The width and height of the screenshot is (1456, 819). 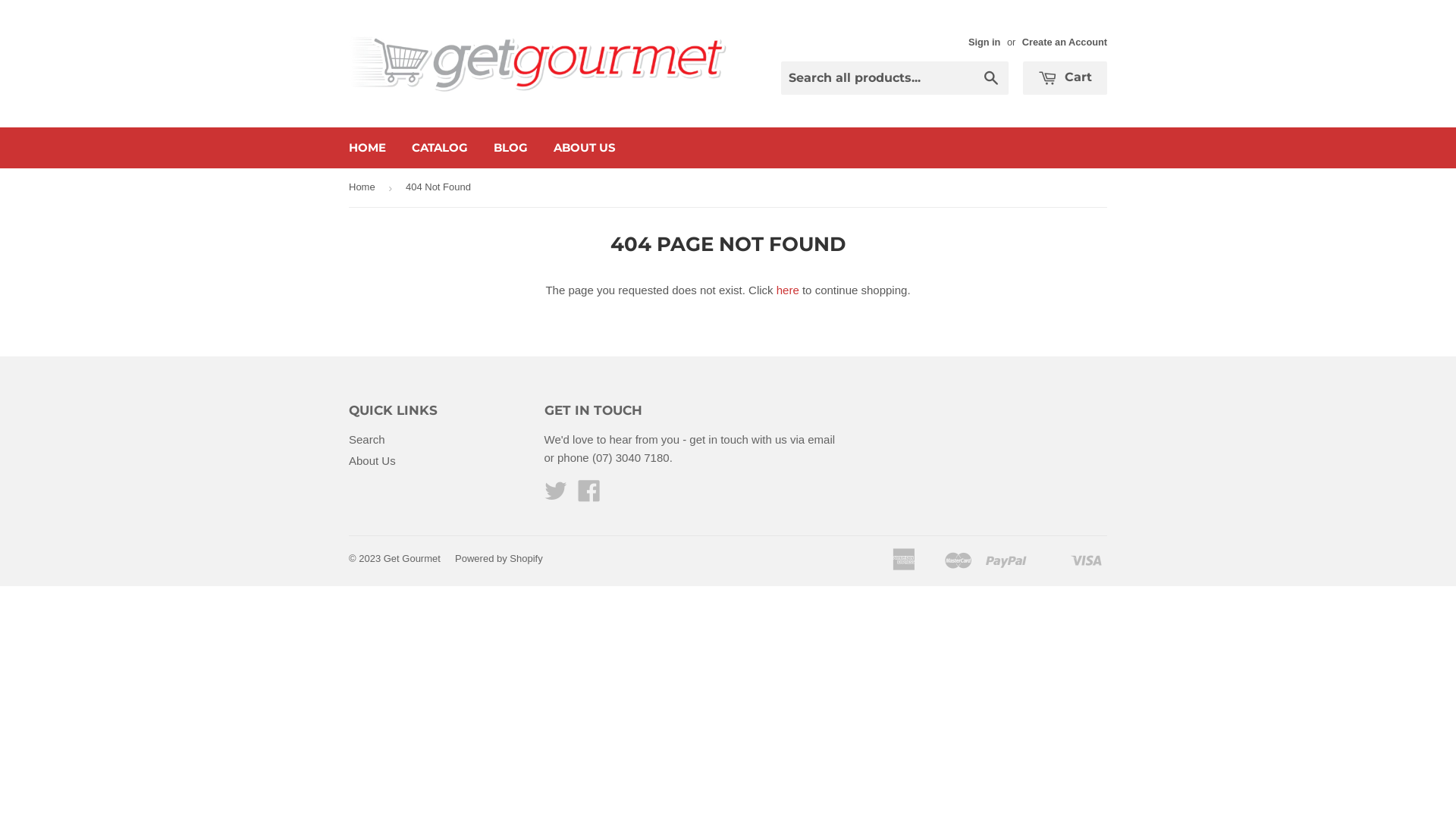 I want to click on 'Powered by Shopify', so click(x=454, y=558).